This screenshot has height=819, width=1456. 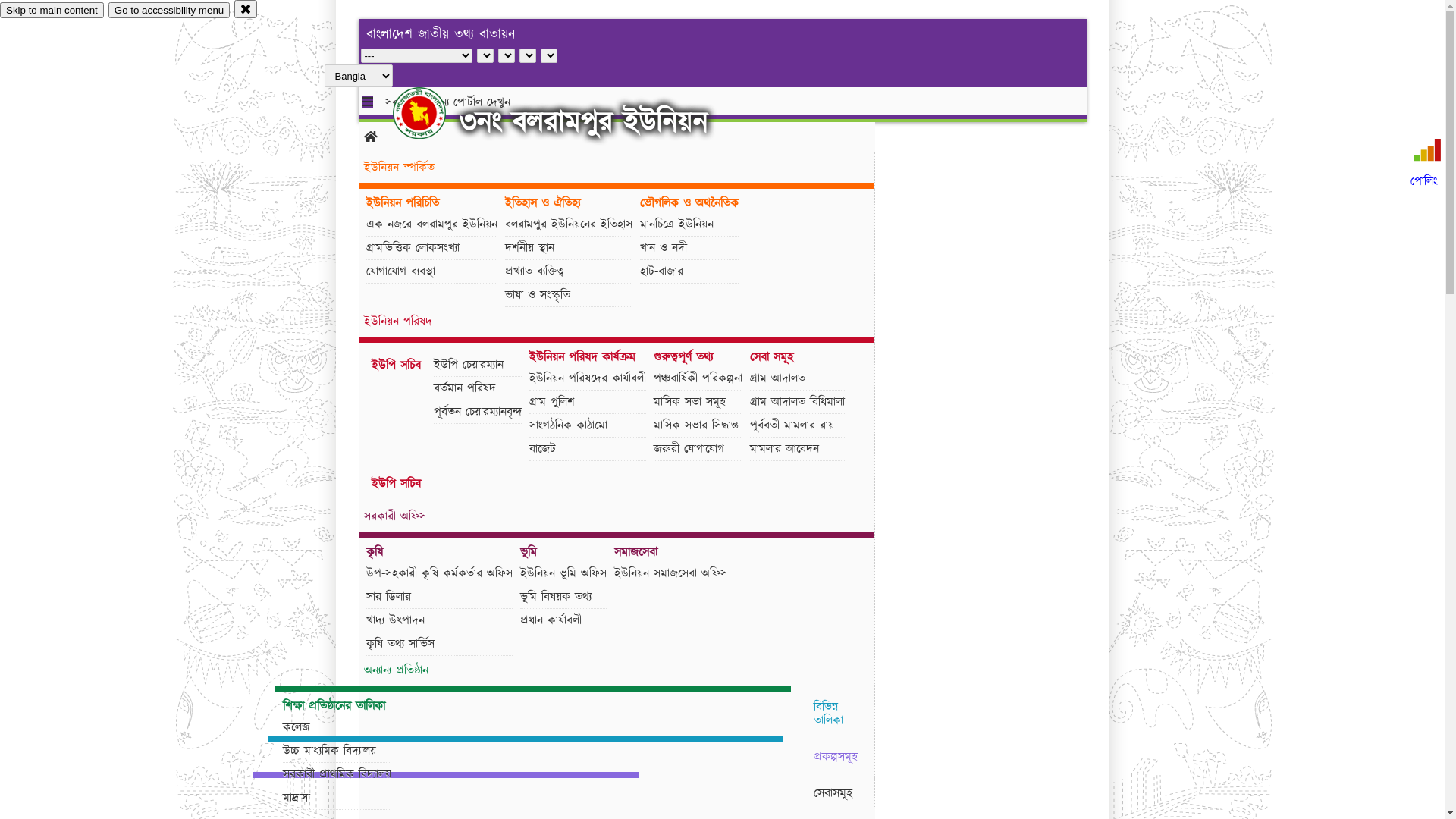 What do you see at coordinates (393, 112) in the screenshot?
I see `'` at bounding box center [393, 112].